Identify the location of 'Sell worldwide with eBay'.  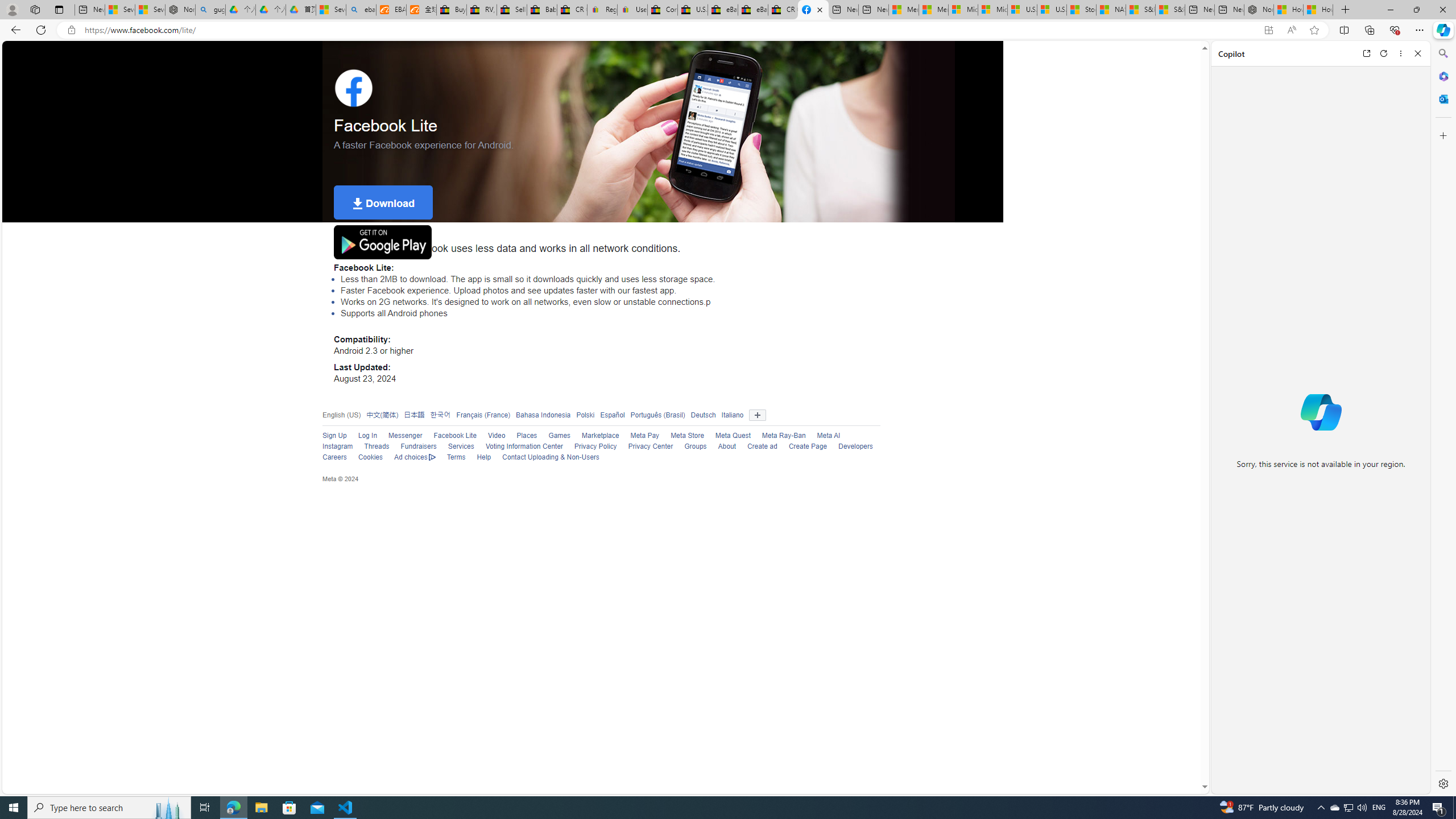
(511, 9).